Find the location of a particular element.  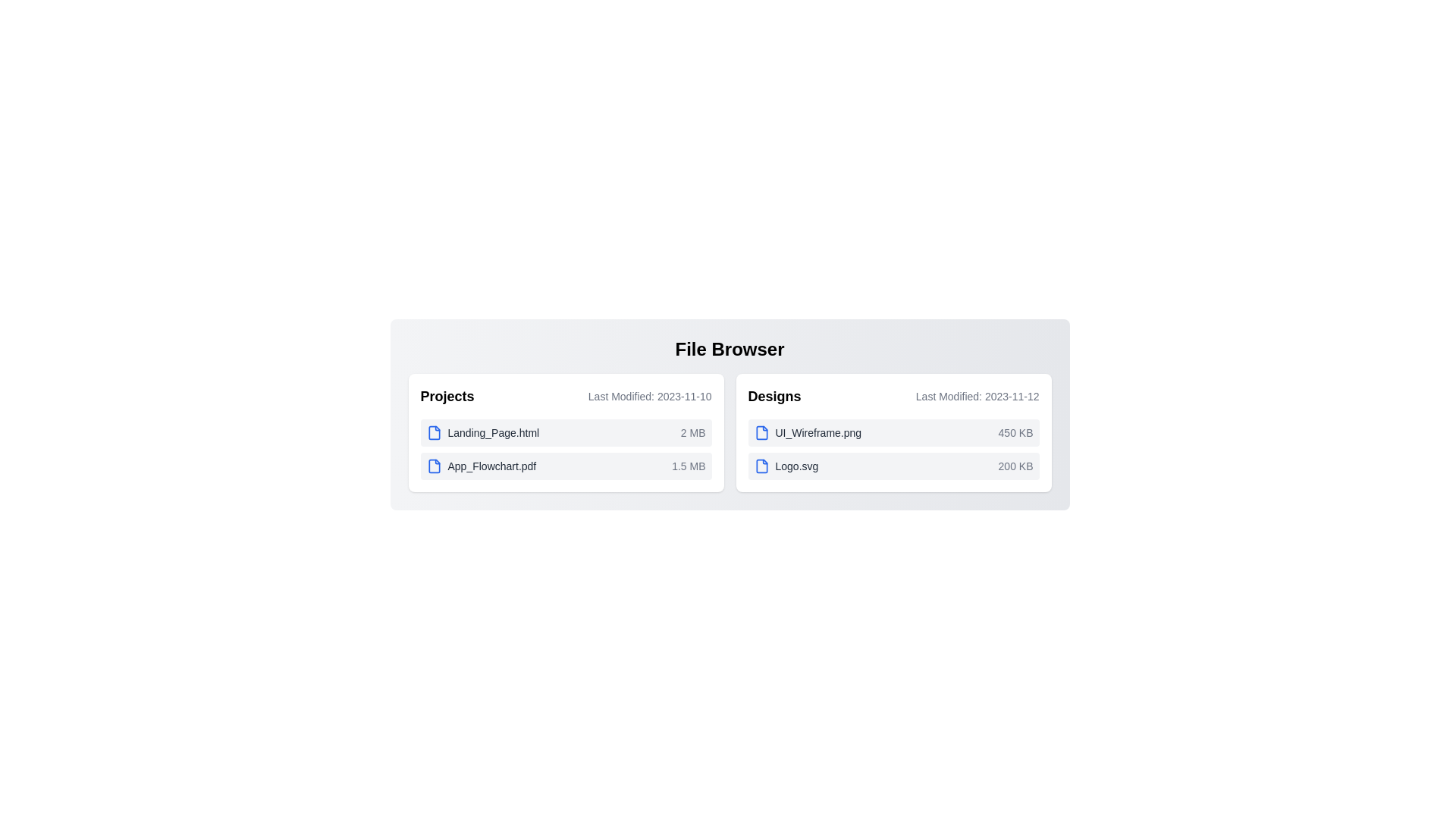

the file named App_Flowchart.pdf to select it is located at coordinates (480, 465).